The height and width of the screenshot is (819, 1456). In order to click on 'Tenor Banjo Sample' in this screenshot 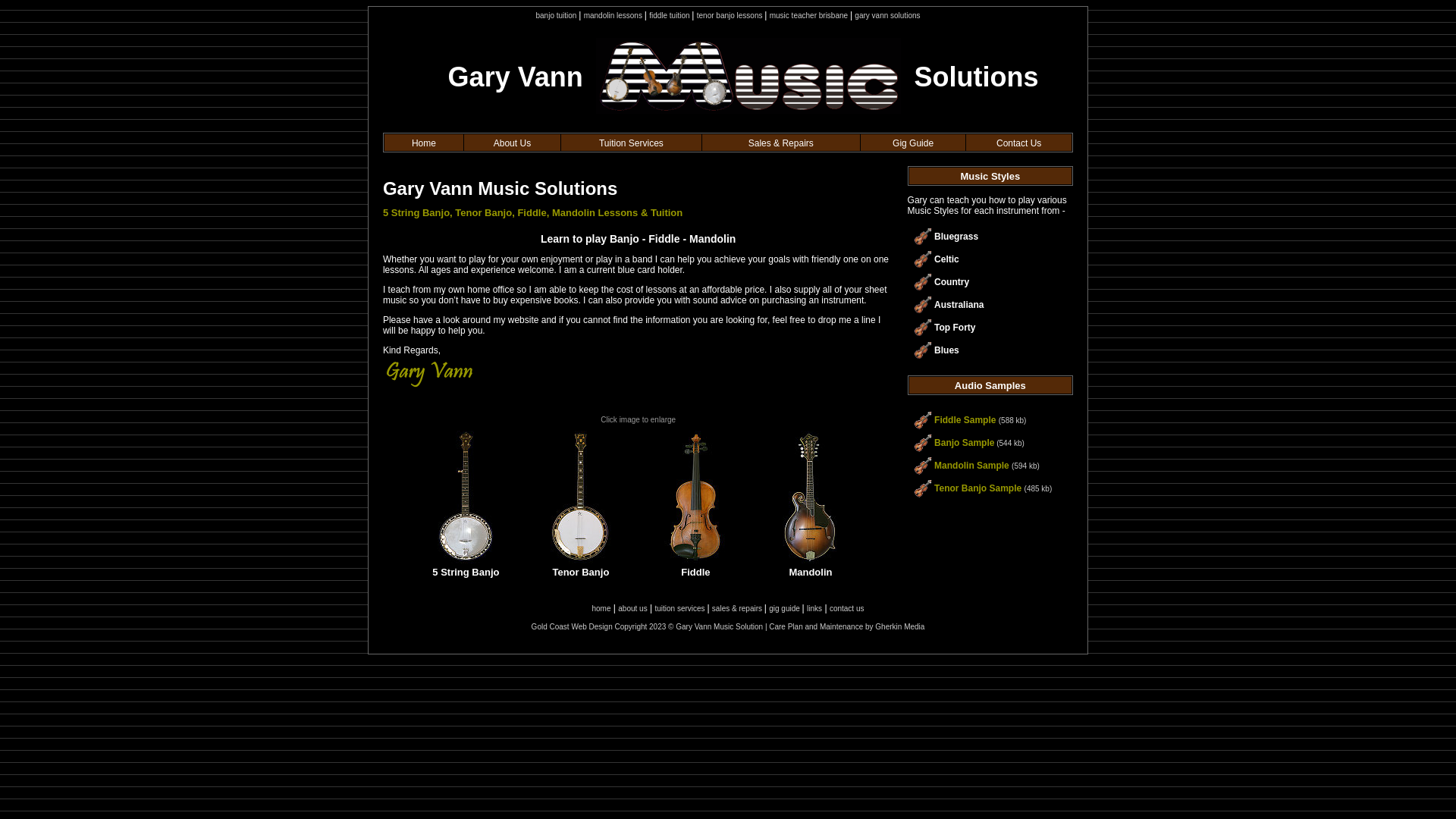, I will do `click(977, 488)`.